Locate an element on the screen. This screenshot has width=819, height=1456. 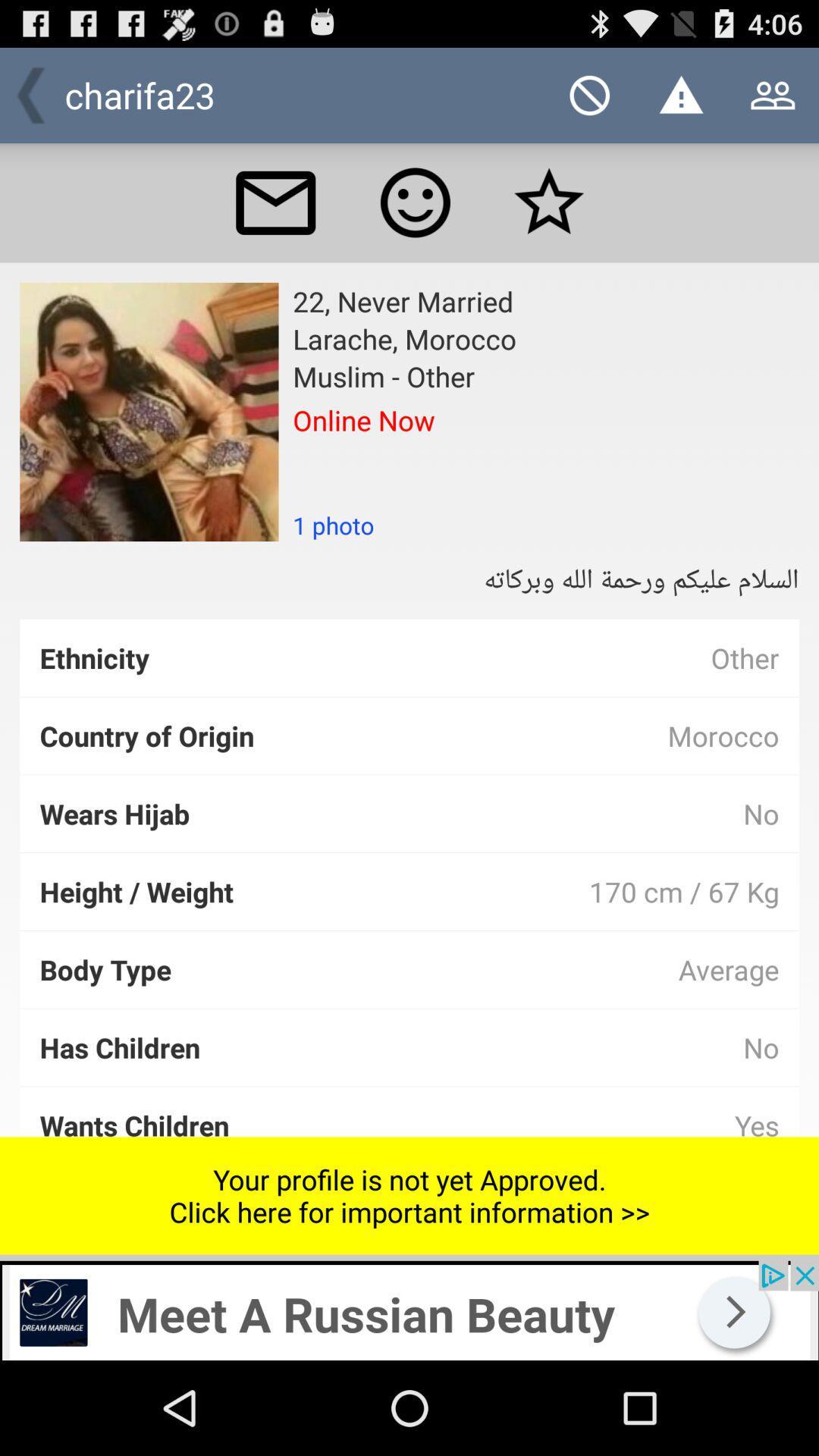
advertisement is located at coordinates (409, 1310).